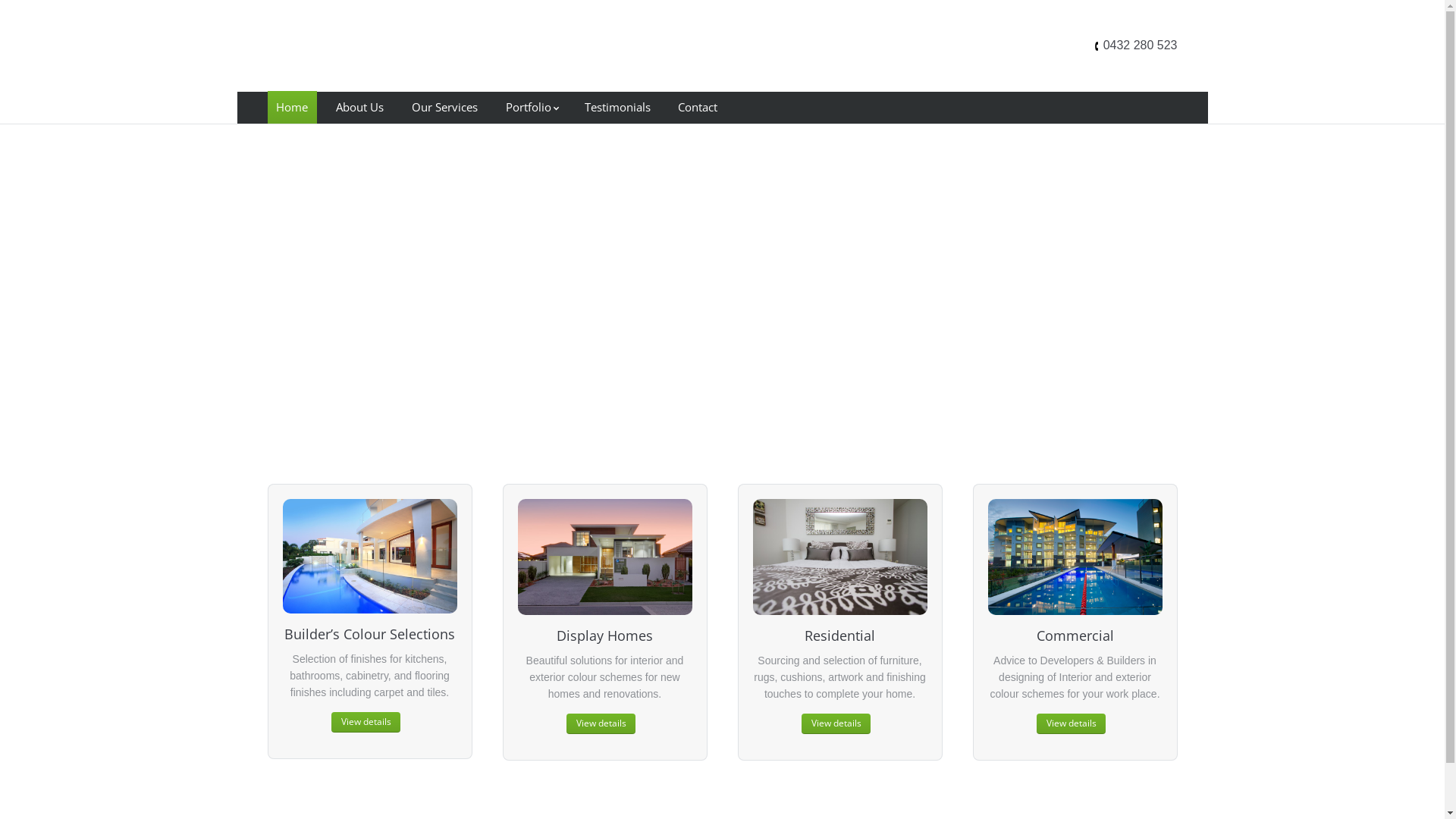 The height and width of the screenshot is (819, 1456). I want to click on 'About Us', so click(359, 106).